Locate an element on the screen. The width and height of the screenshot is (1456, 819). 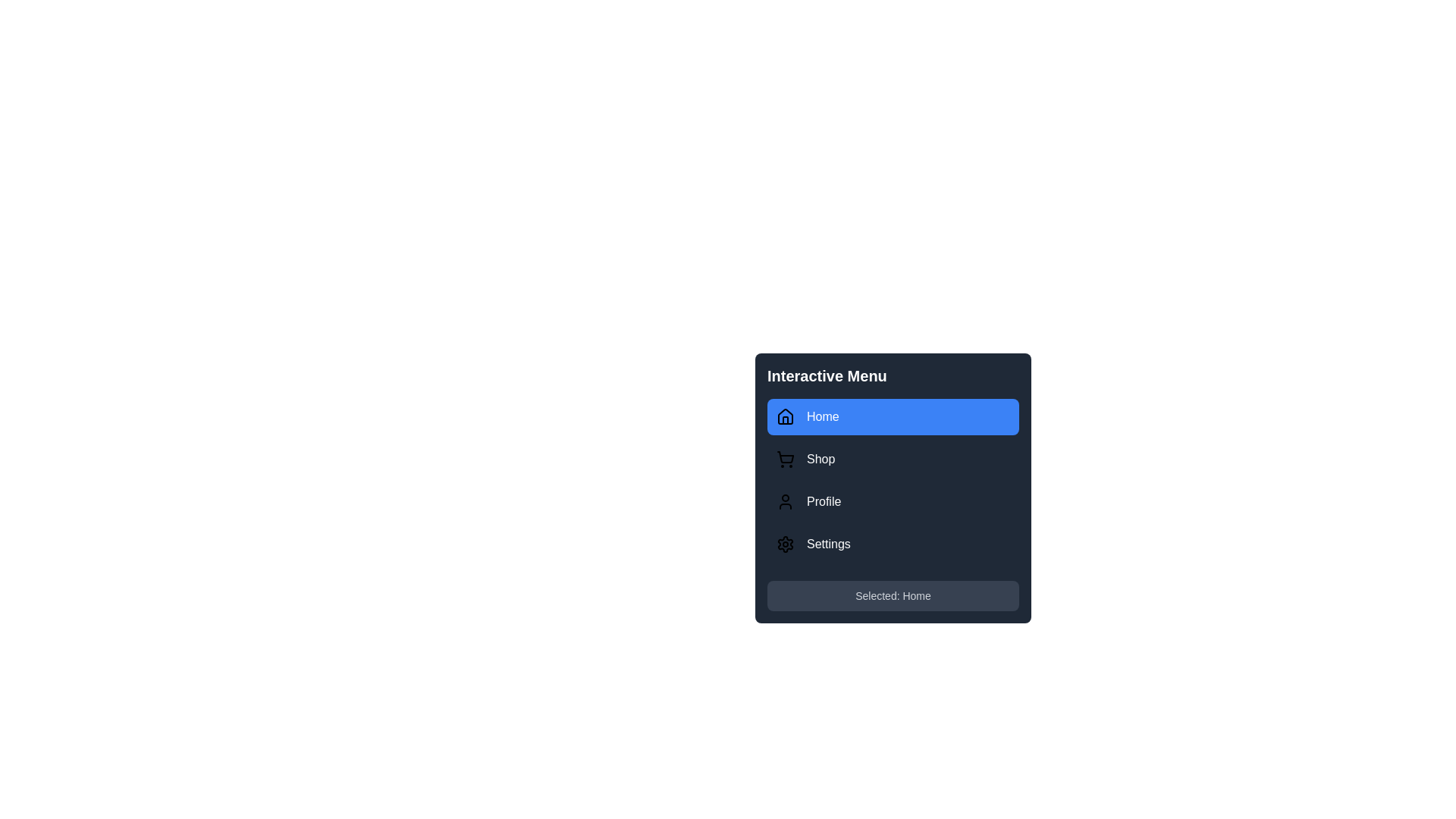
the Home icon located at the top left corner of the highlighted button area in the interactive menu is located at coordinates (786, 417).